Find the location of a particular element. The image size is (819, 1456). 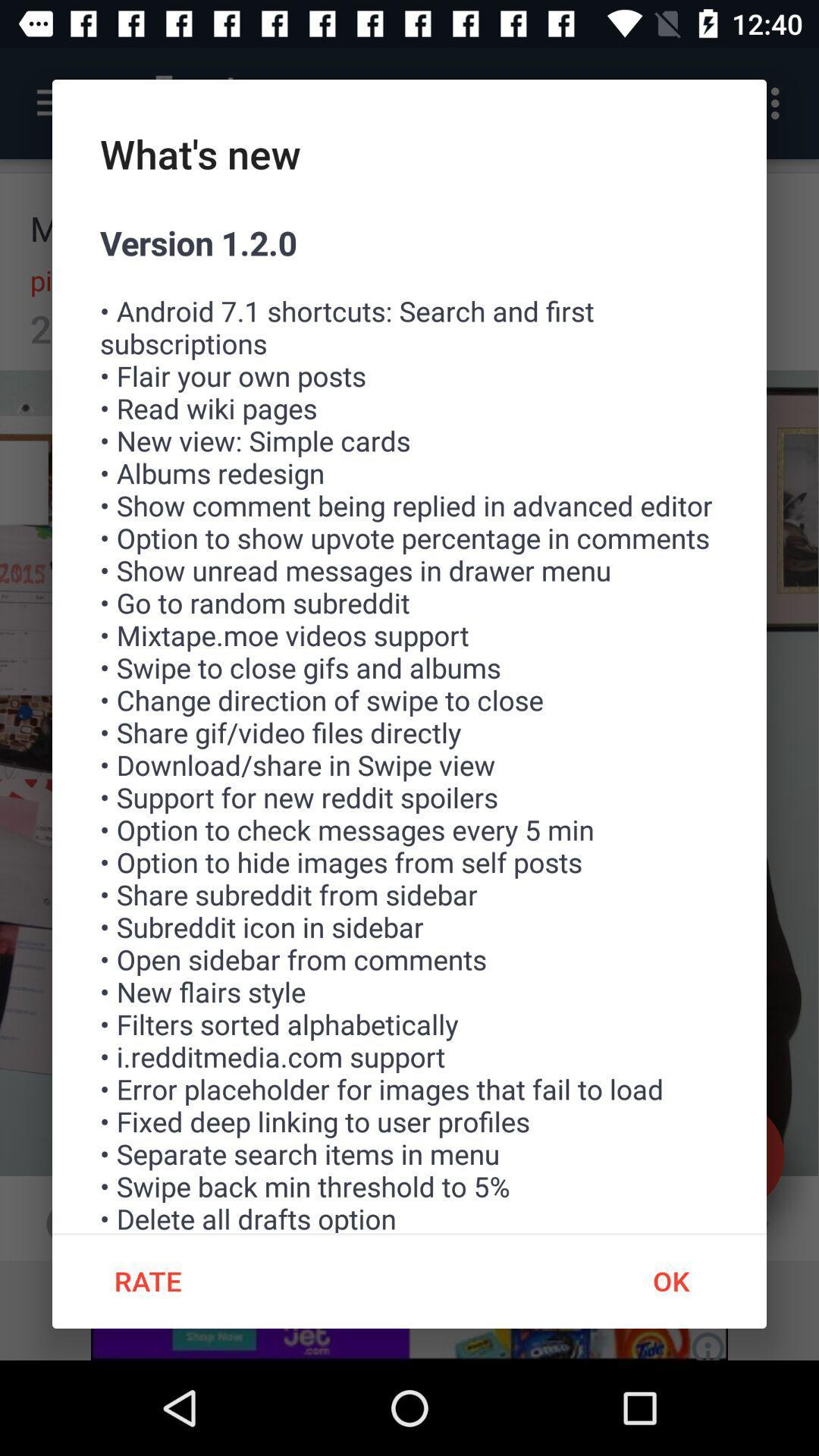

rate icon is located at coordinates (148, 1280).